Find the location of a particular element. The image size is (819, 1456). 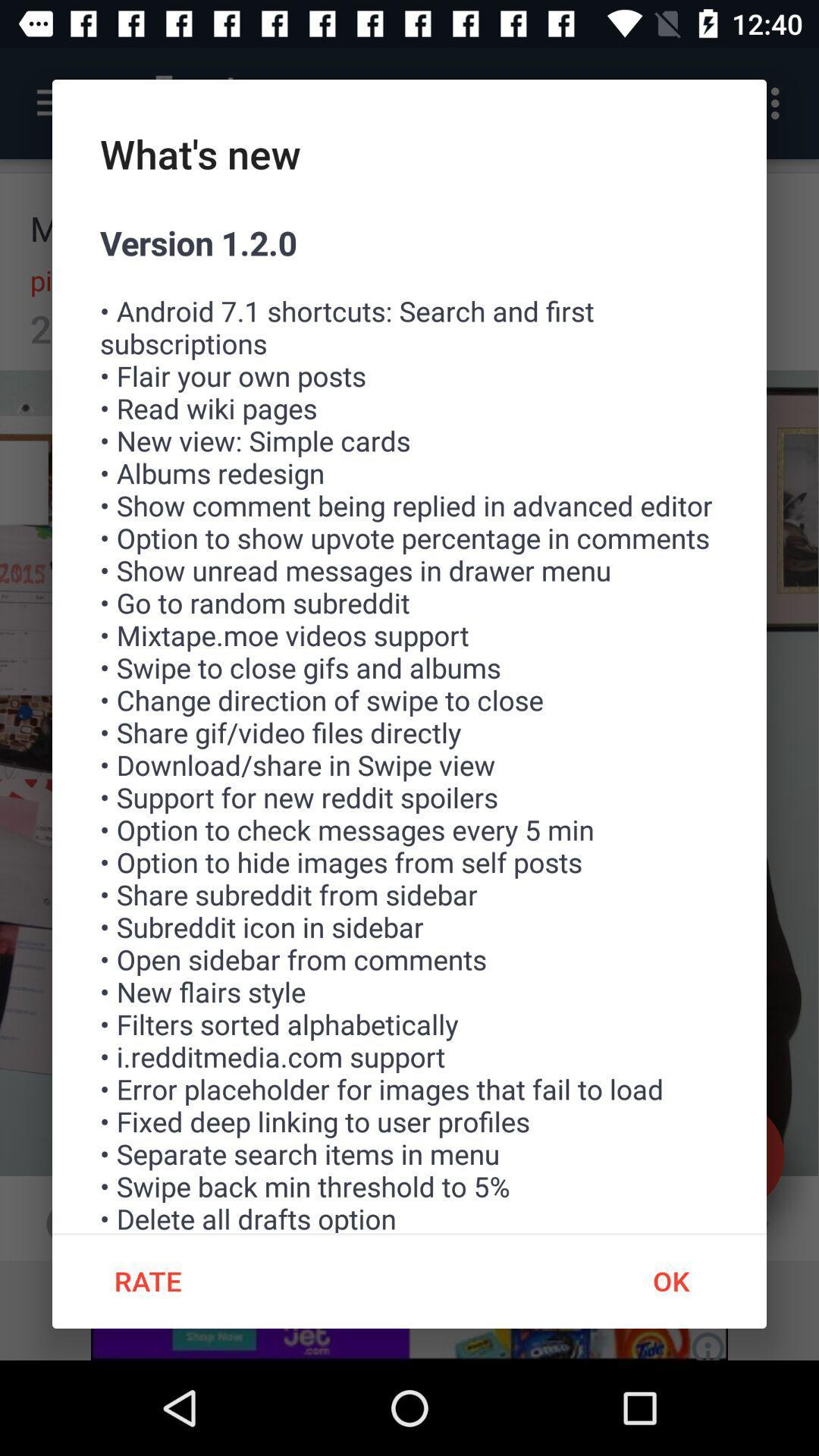

rate icon is located at coordinates (148, 1280).